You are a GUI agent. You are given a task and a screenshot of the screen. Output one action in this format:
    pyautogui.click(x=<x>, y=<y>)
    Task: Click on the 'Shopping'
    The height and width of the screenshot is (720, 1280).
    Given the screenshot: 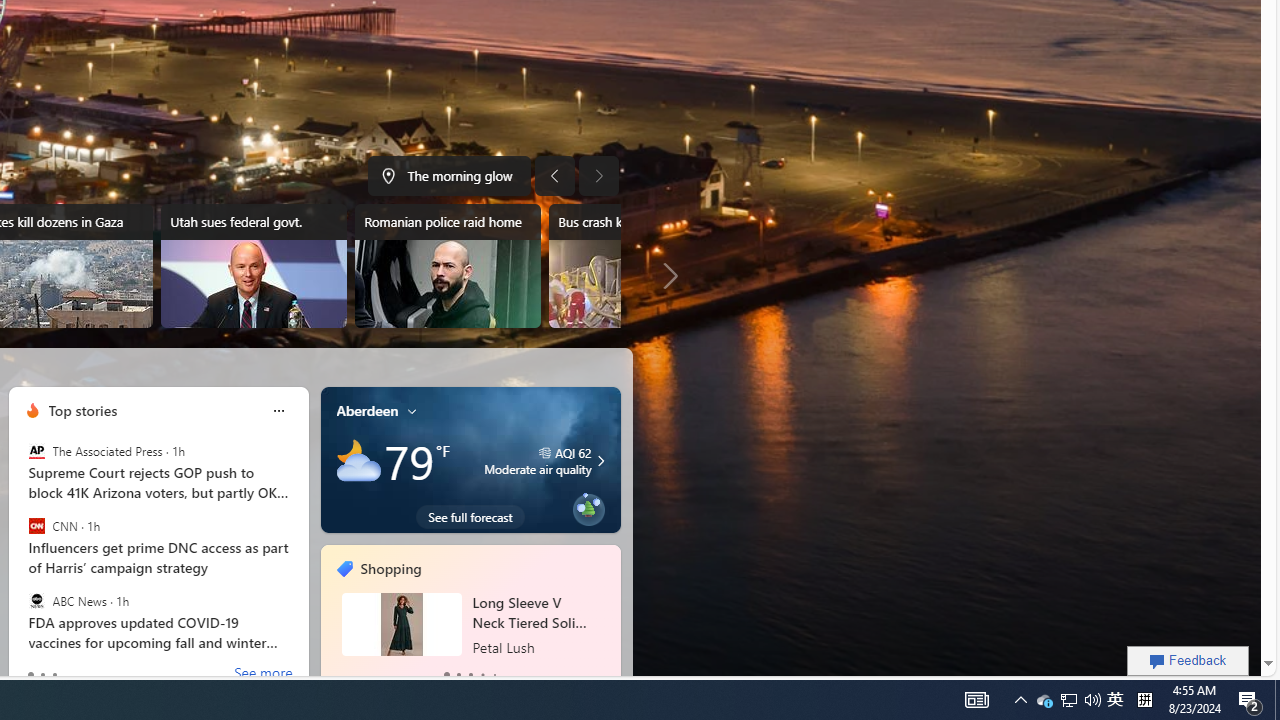 What is the action you would take?
    pyautogui.click(x=391, y=569)
    